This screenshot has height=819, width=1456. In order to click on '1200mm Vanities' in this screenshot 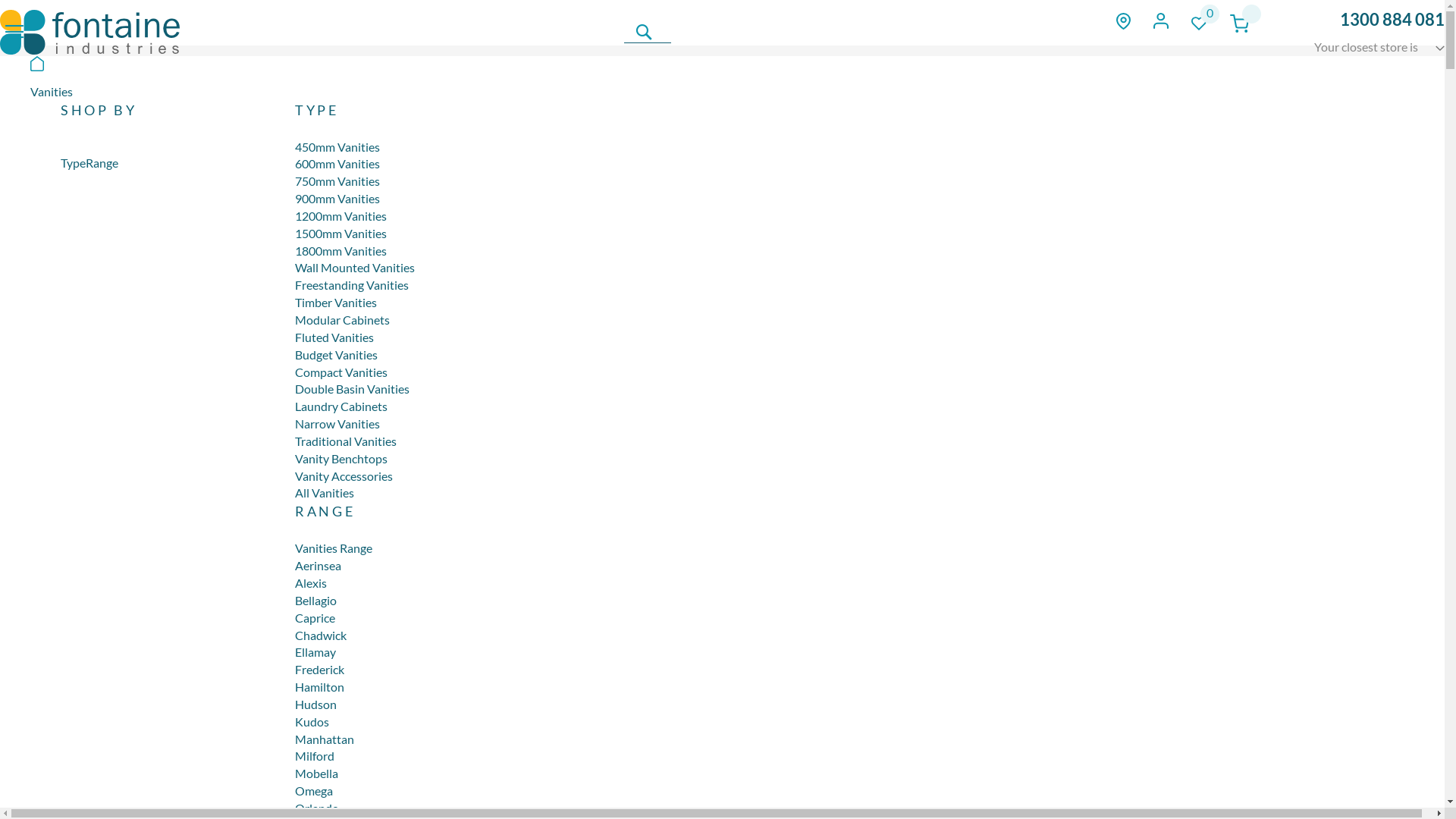, I will do `click(340, 215)`.